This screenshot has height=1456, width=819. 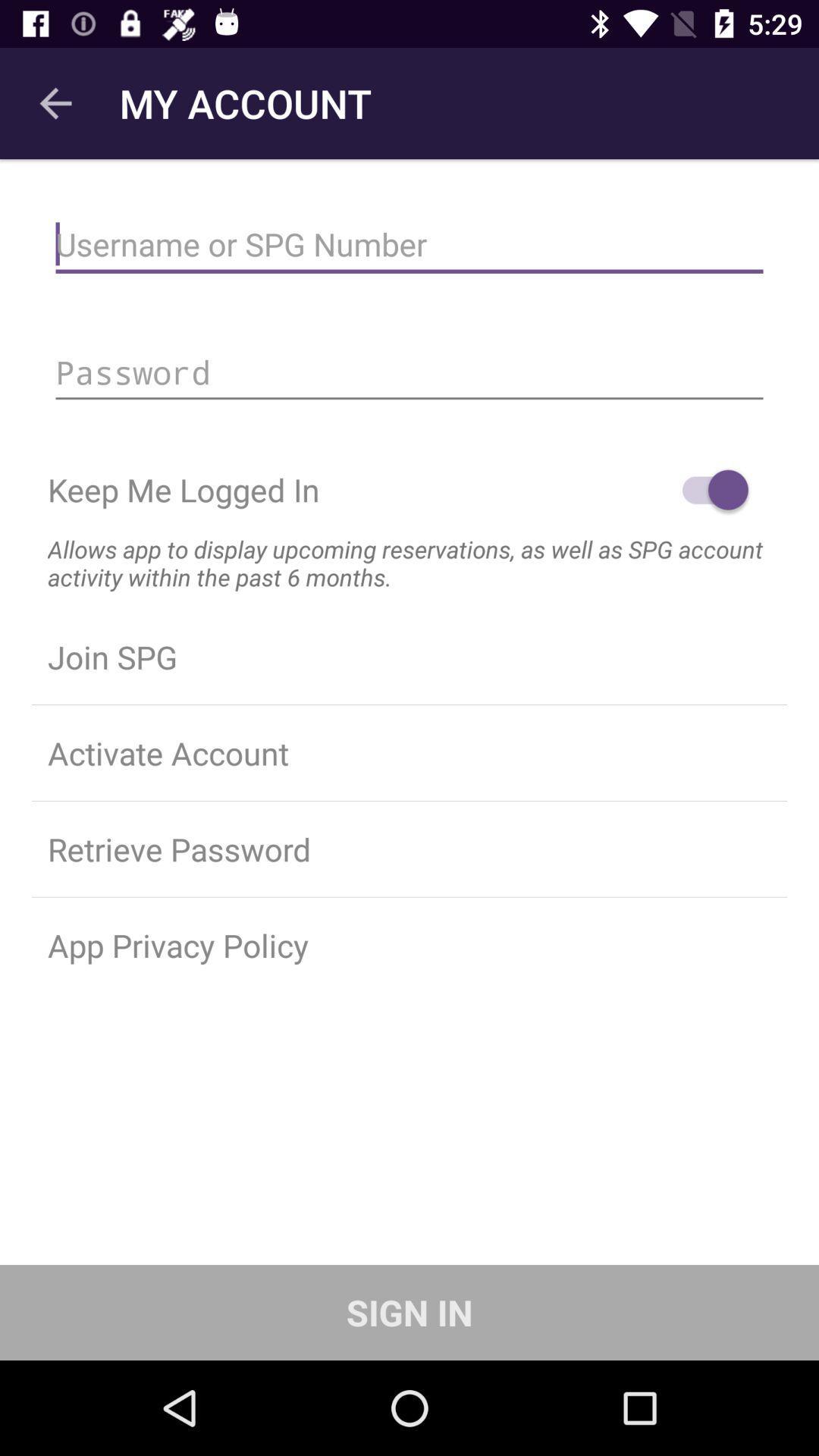 What do you see at coordinates (55, 102) in the screenshot?
I see `the app to the left of the my account` at bounding box center [55, 102].